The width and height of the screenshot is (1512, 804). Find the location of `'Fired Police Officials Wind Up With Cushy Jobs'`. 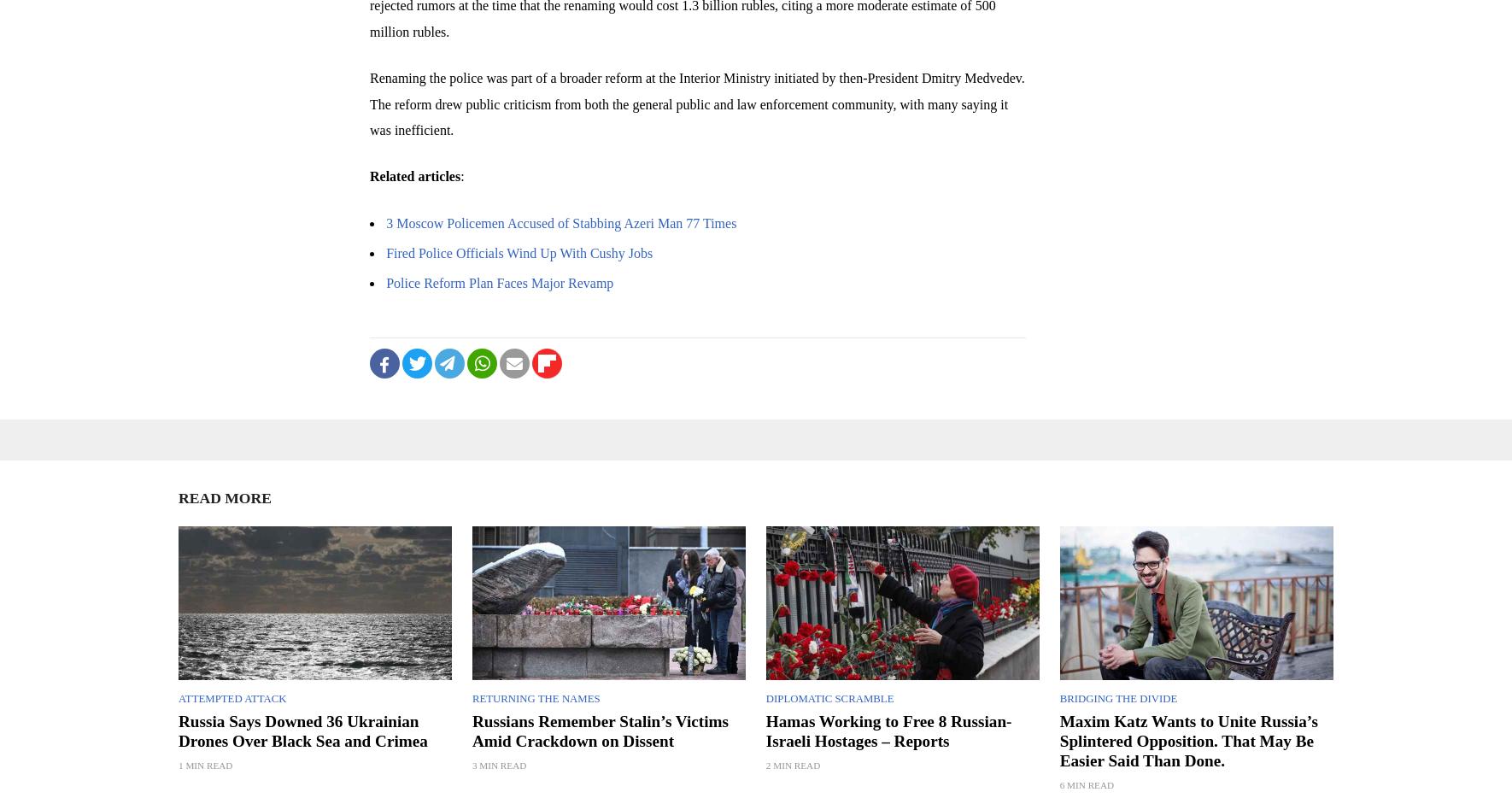

'Fired Police Officials Wind Up With Cushy Jobs' is located at coordinates (518, 252).